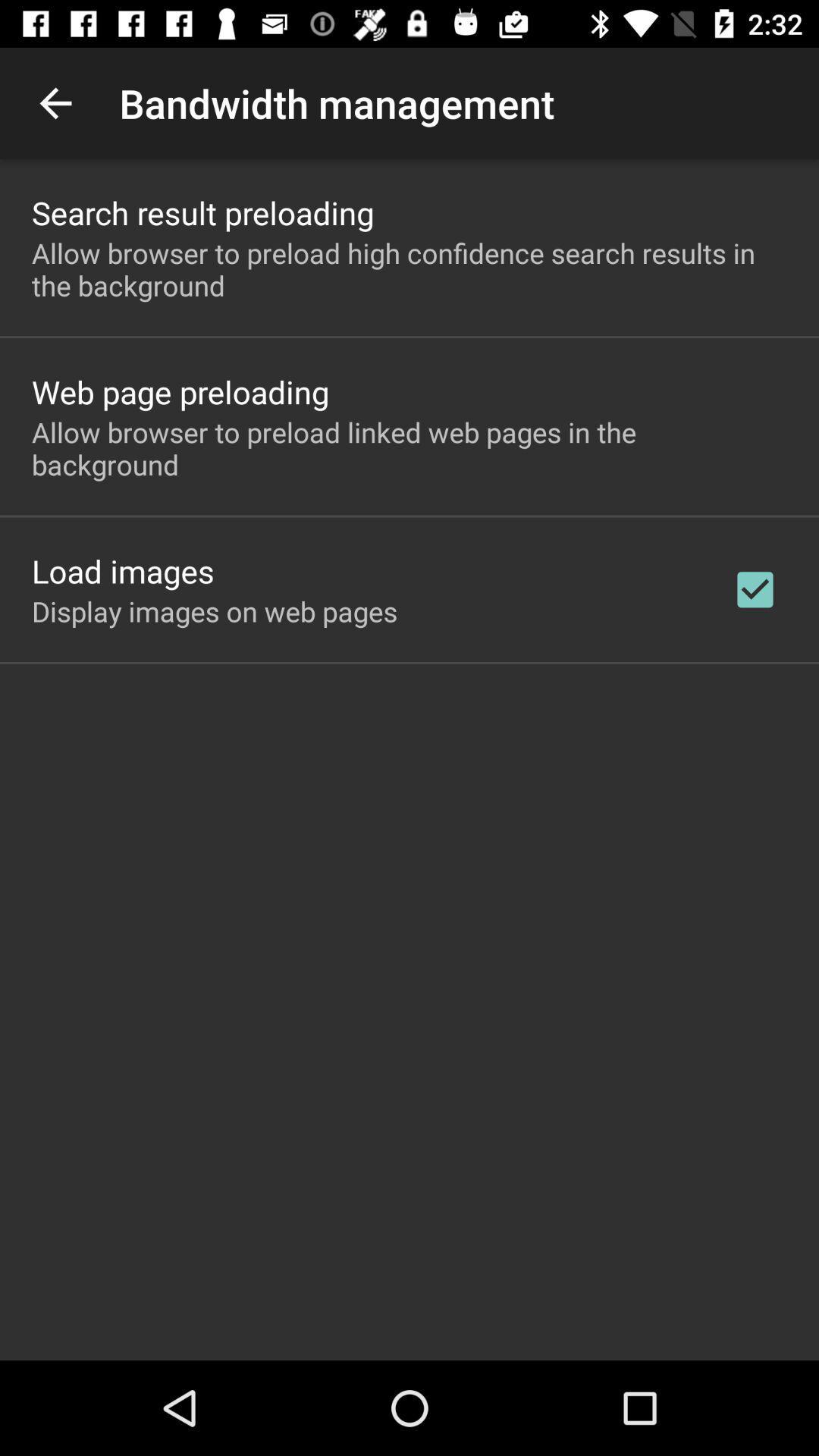 This screenshot has width=819, height=1456. Describe the element at coordinates (122, 570) in the screenshot. I see `the item above the display images on` at that location.